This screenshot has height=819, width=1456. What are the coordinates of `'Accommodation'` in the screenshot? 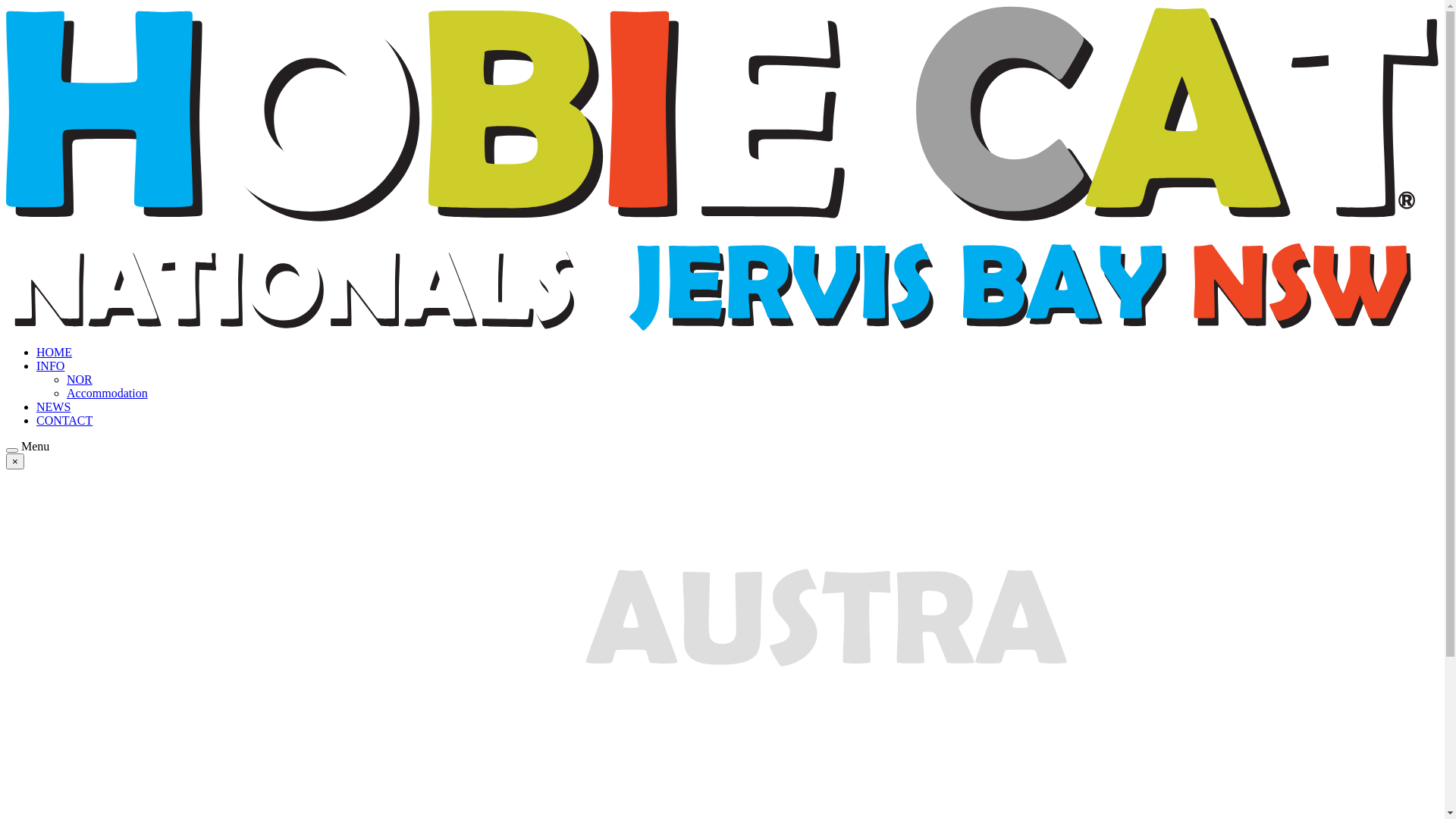 It's located at (106, 392).